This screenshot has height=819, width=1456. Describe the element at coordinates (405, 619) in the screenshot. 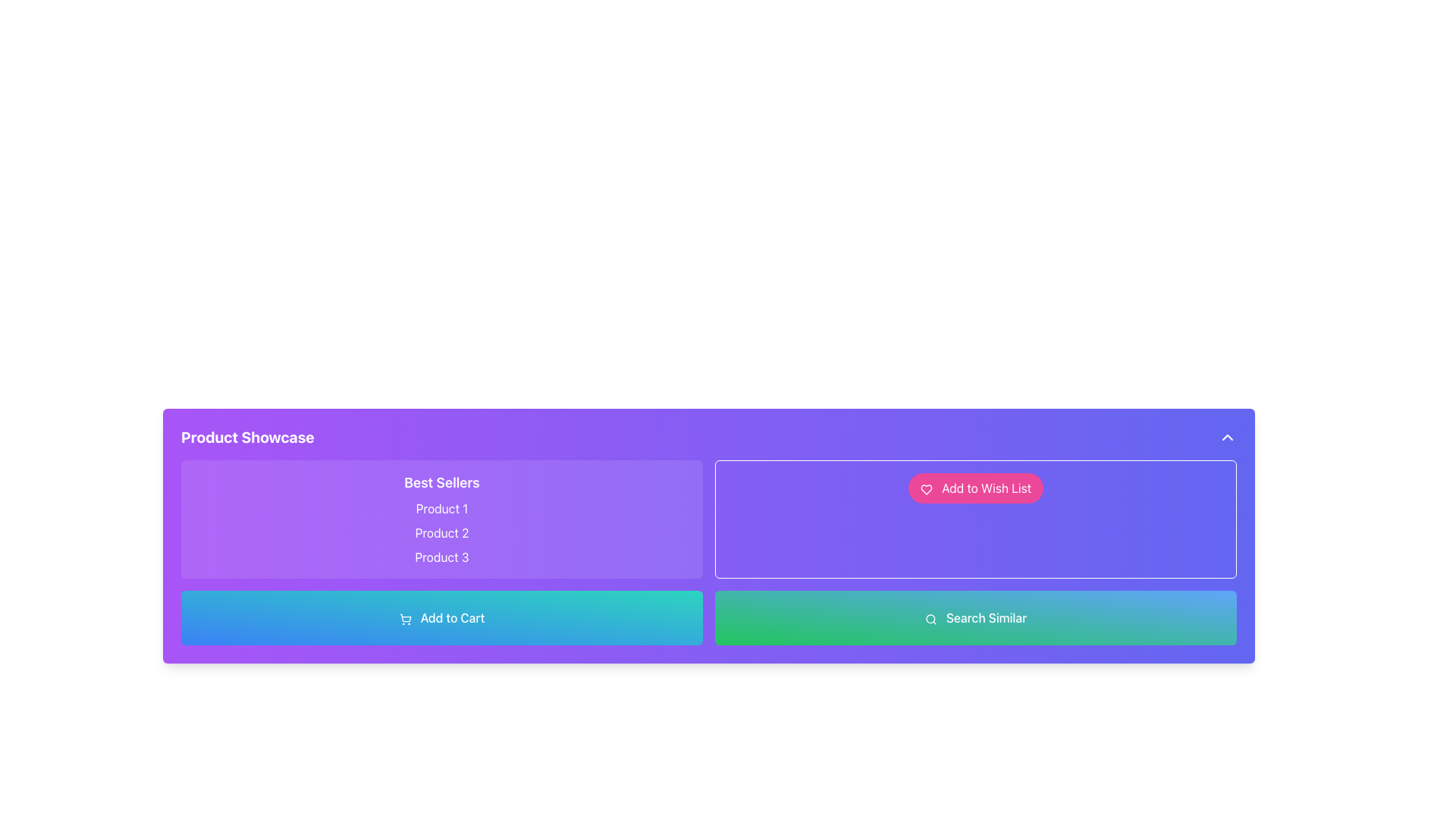

I see `the shopping cart icon located to the left of the 'Add to Cart' text` at that location.